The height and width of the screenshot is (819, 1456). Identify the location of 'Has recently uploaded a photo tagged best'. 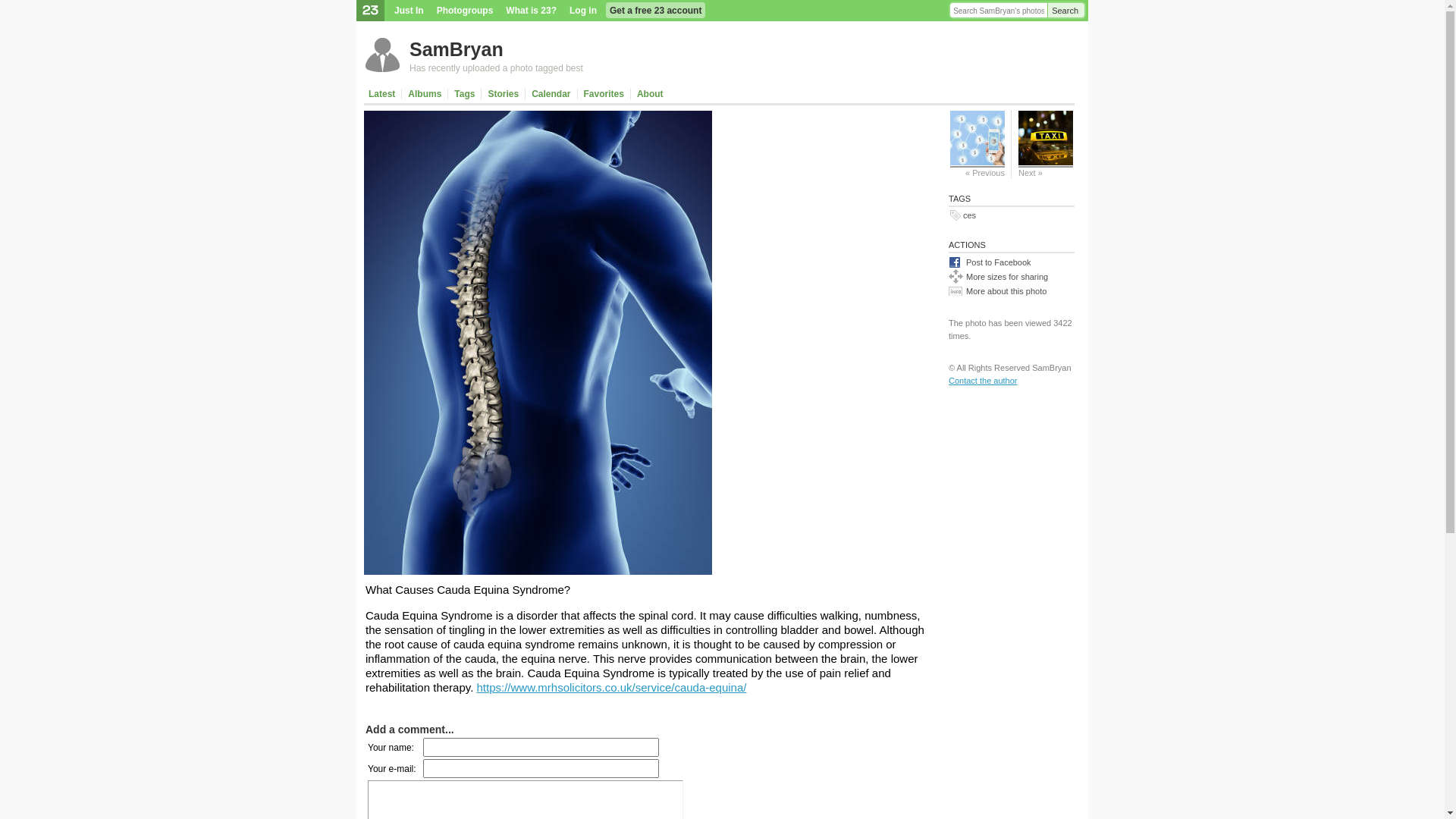
(409, 67).